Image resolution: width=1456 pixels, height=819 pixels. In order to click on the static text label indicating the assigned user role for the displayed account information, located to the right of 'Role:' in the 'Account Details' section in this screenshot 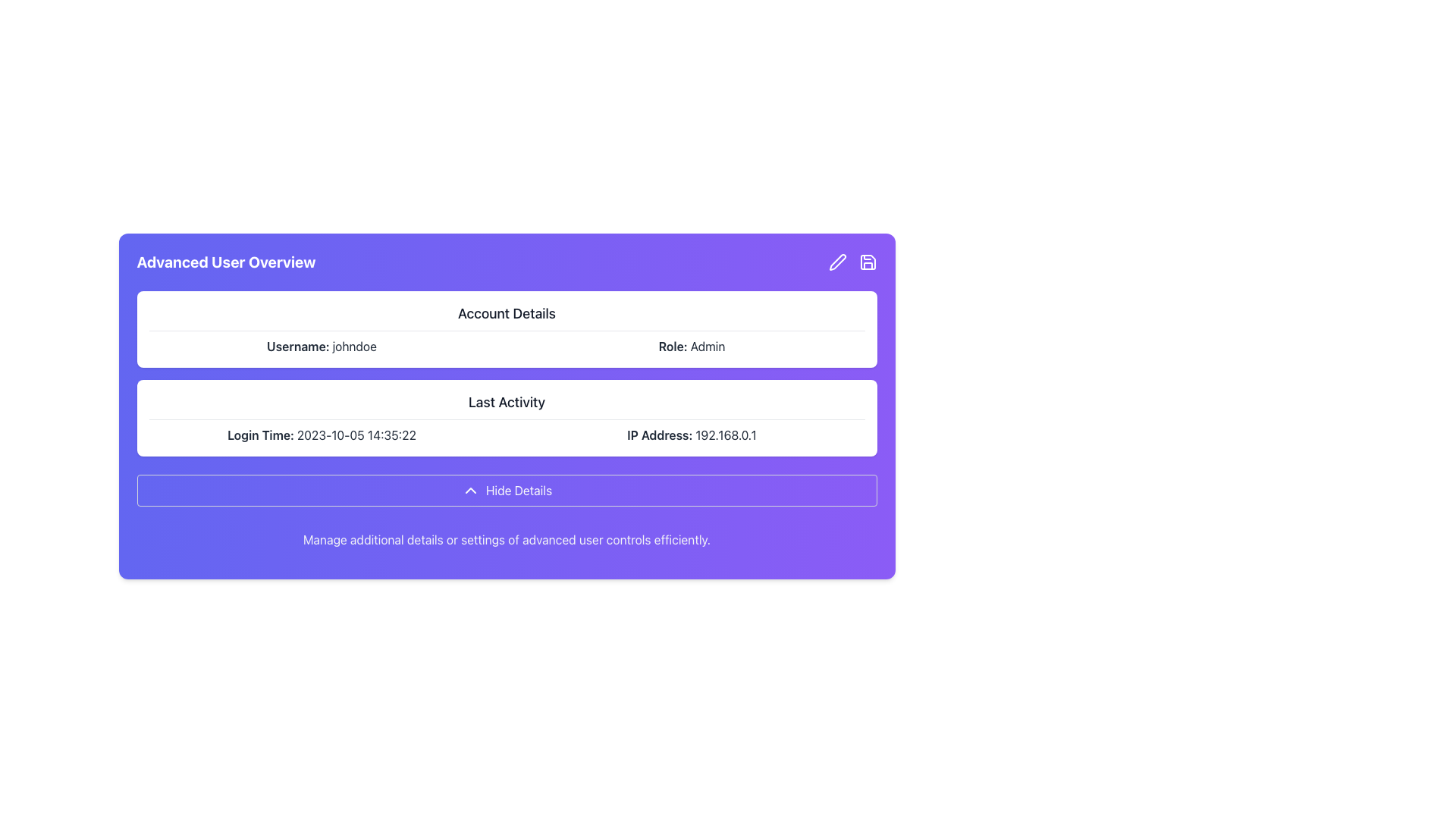, I will do `click(707, 346)`.